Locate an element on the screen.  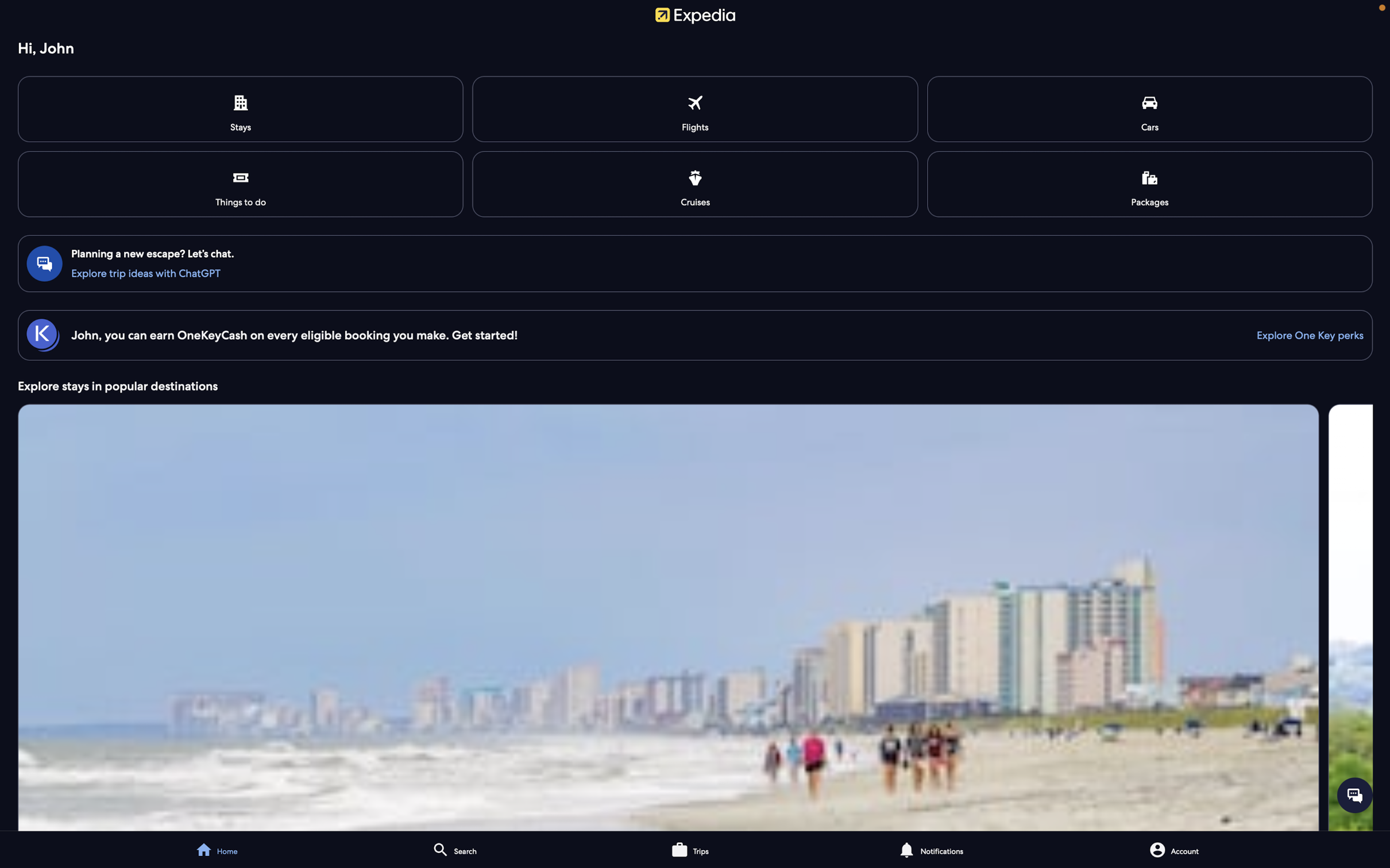
Look for a specific place in Paris is located at coordinates (506, 848).